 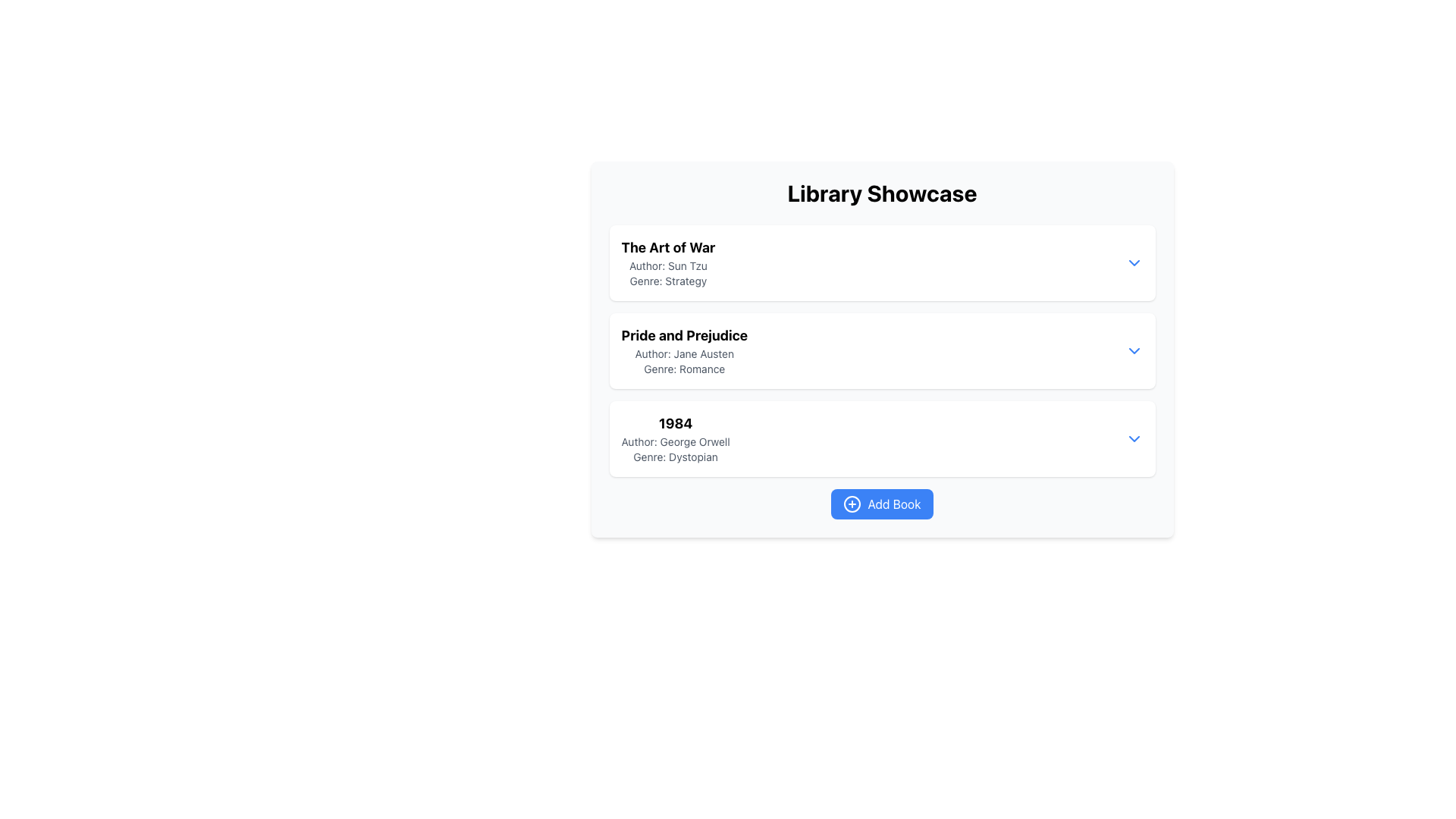 What do you see at coordinates (667, 265) in the screenshot?
I see `text label displaying the author's name for the book, located centrally below the title 'The Art of War' and above the genre information 'Genre: Strategy'` at bounding box center [667, 265].